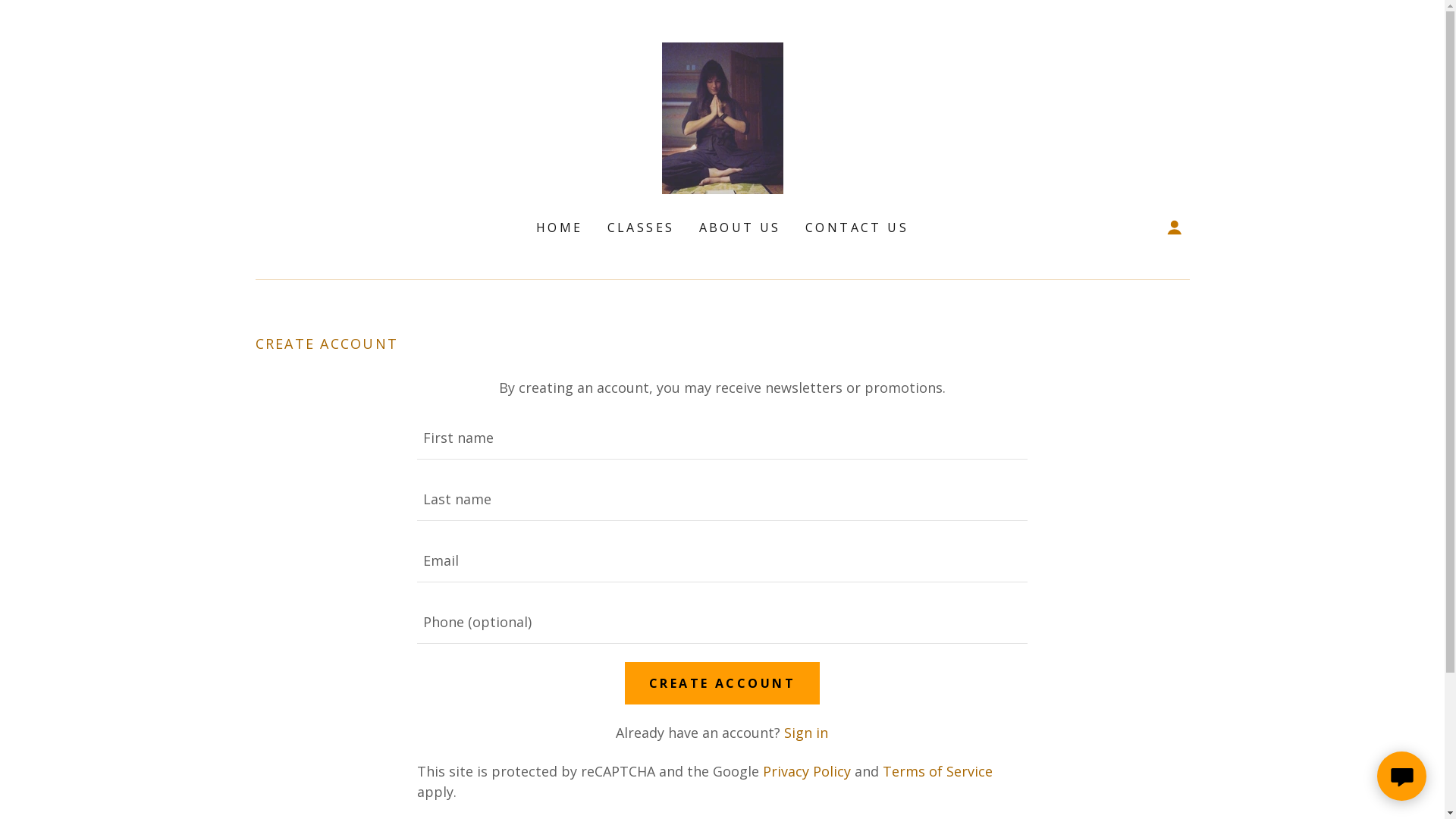 This screenshot has height=819, width=1456. I want to click on 'CREATE ACCOUNT', so click(721, 683).